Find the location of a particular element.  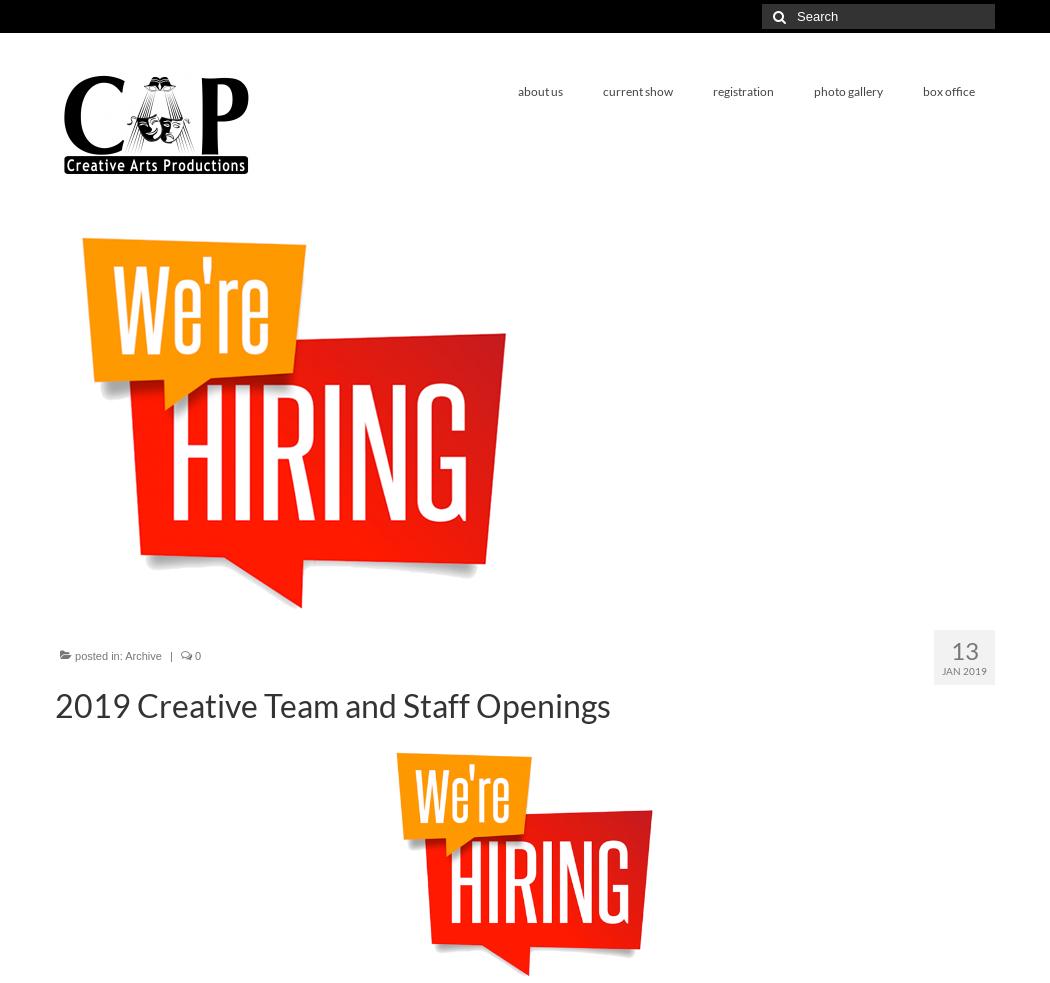

'box office' is located at coordinates (947, 90).